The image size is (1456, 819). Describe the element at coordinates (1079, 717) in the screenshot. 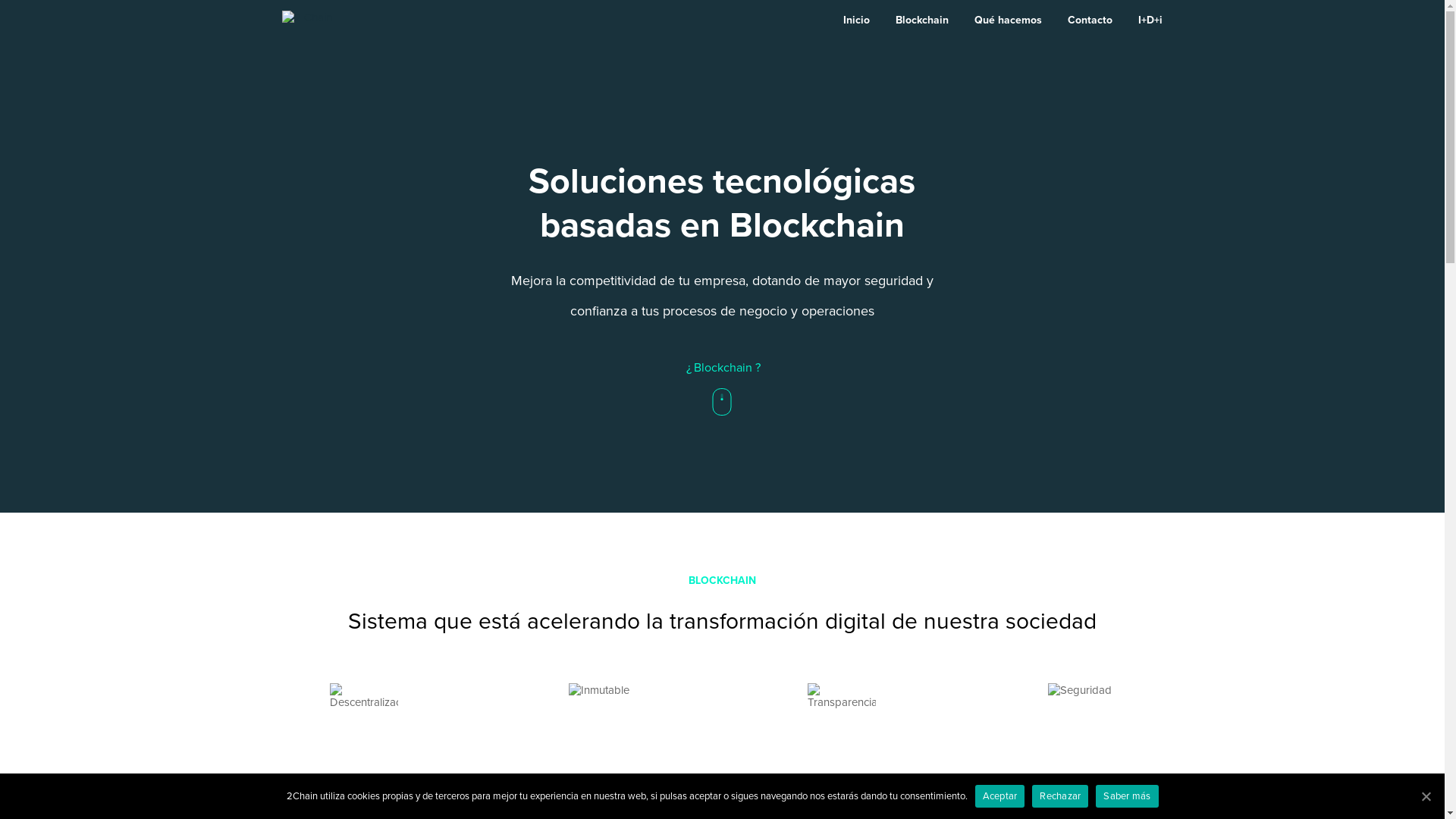

I see `'Seguridad'` at that location.